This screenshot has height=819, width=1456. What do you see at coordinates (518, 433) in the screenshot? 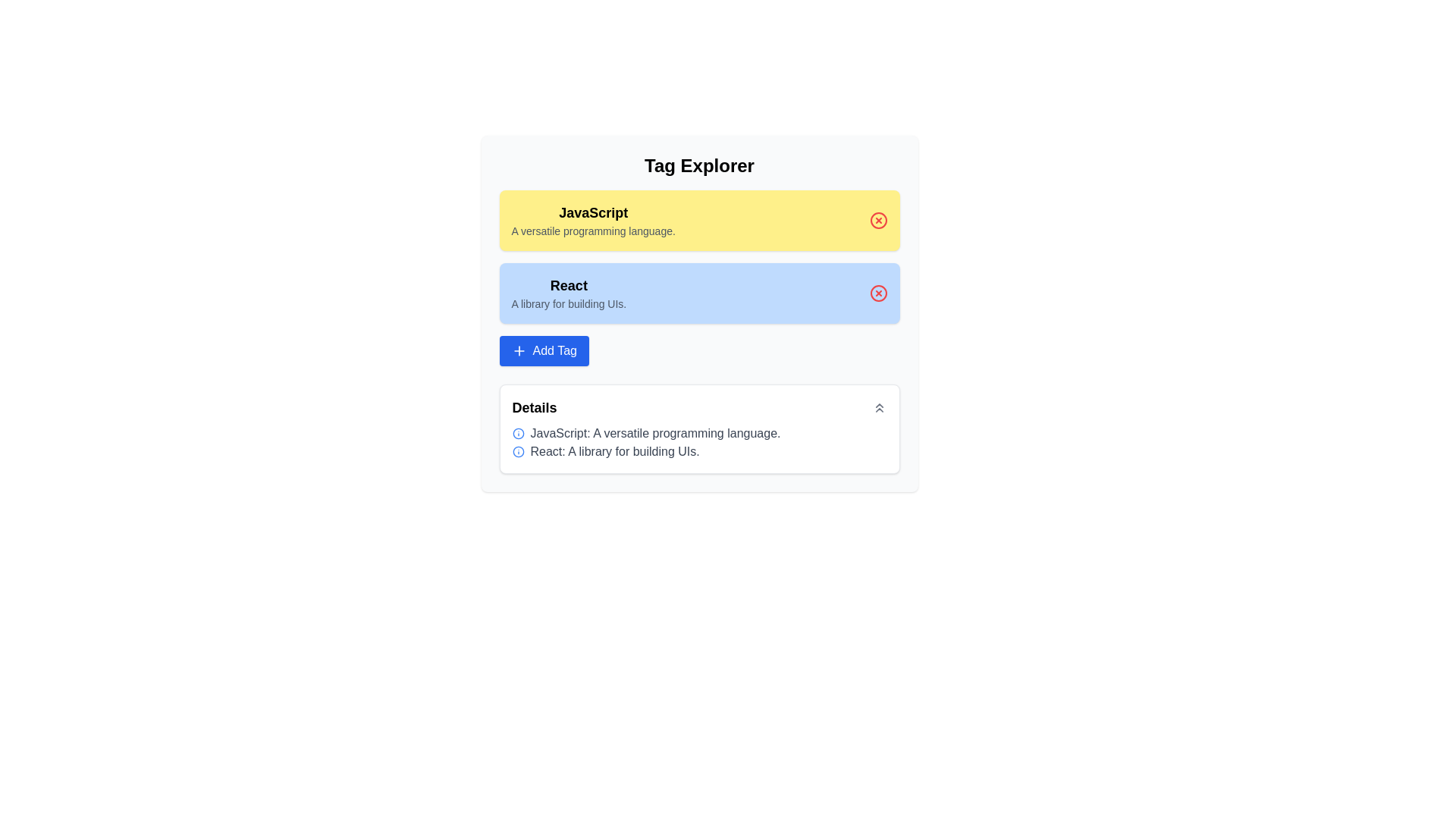
I see `the icon located on the left side of the panel labeled 'JavaScript: A versatile programming language.' which signifies additional information or help` at bounding box center [518, 433].